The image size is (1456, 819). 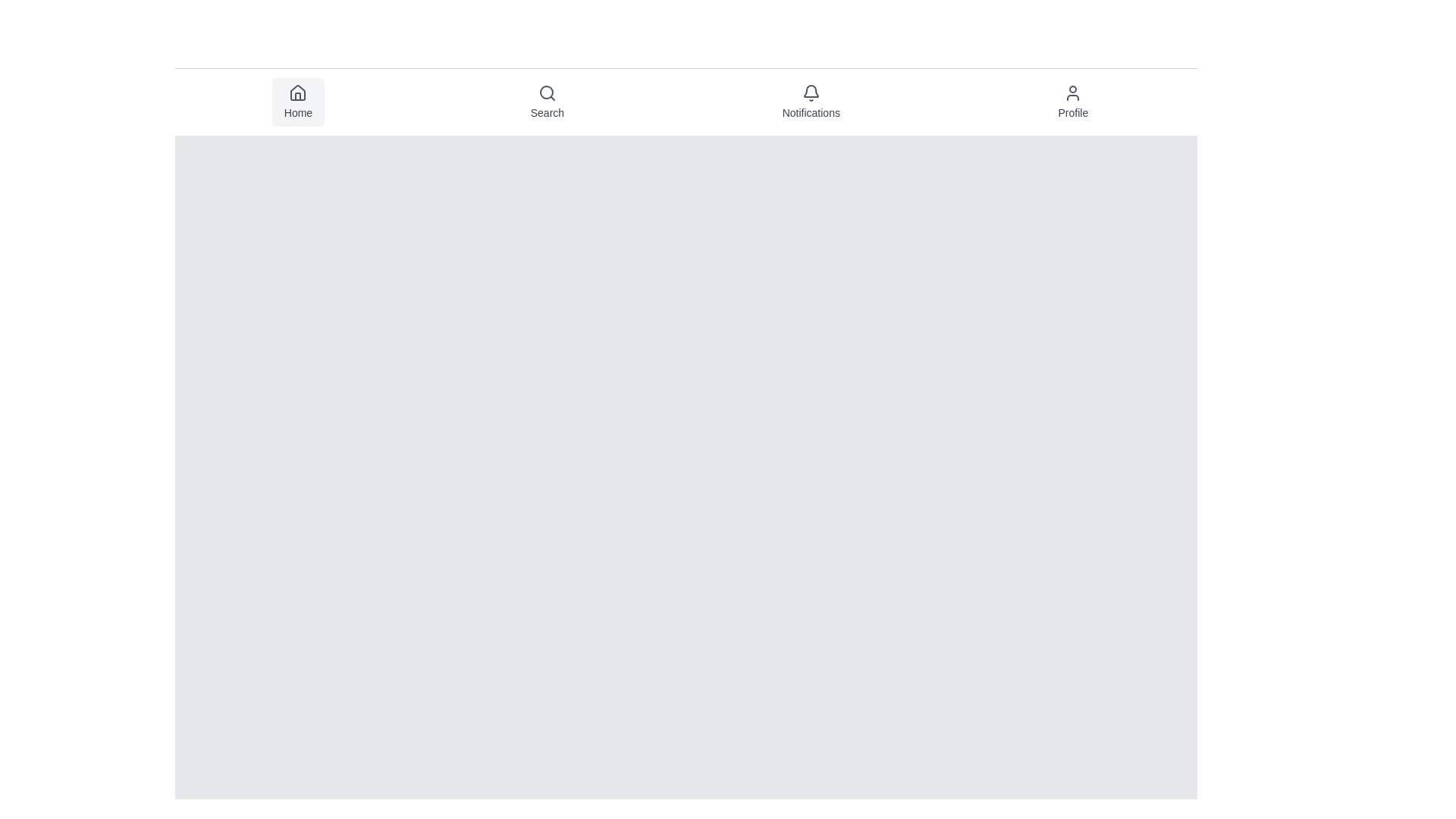 What do you see at coordinates (810, 112) in the screenshot?
I see `the Notifications label text located in the top navigation bar beneath the bell icon to interact with the Notifications section` at bounding box center [810, 112].